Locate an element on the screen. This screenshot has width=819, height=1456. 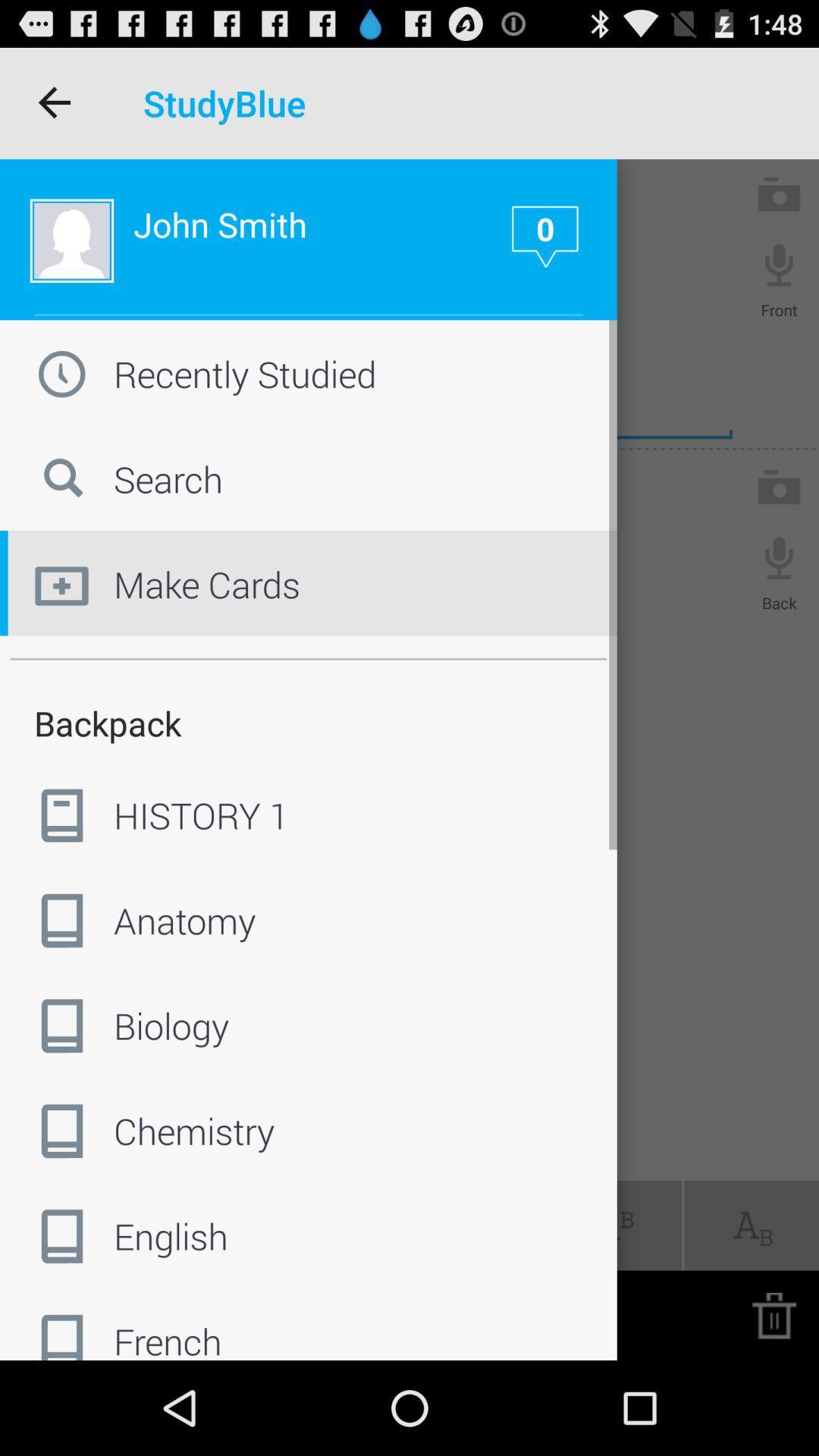
the microphone icon is located at coordinates (779, 282).